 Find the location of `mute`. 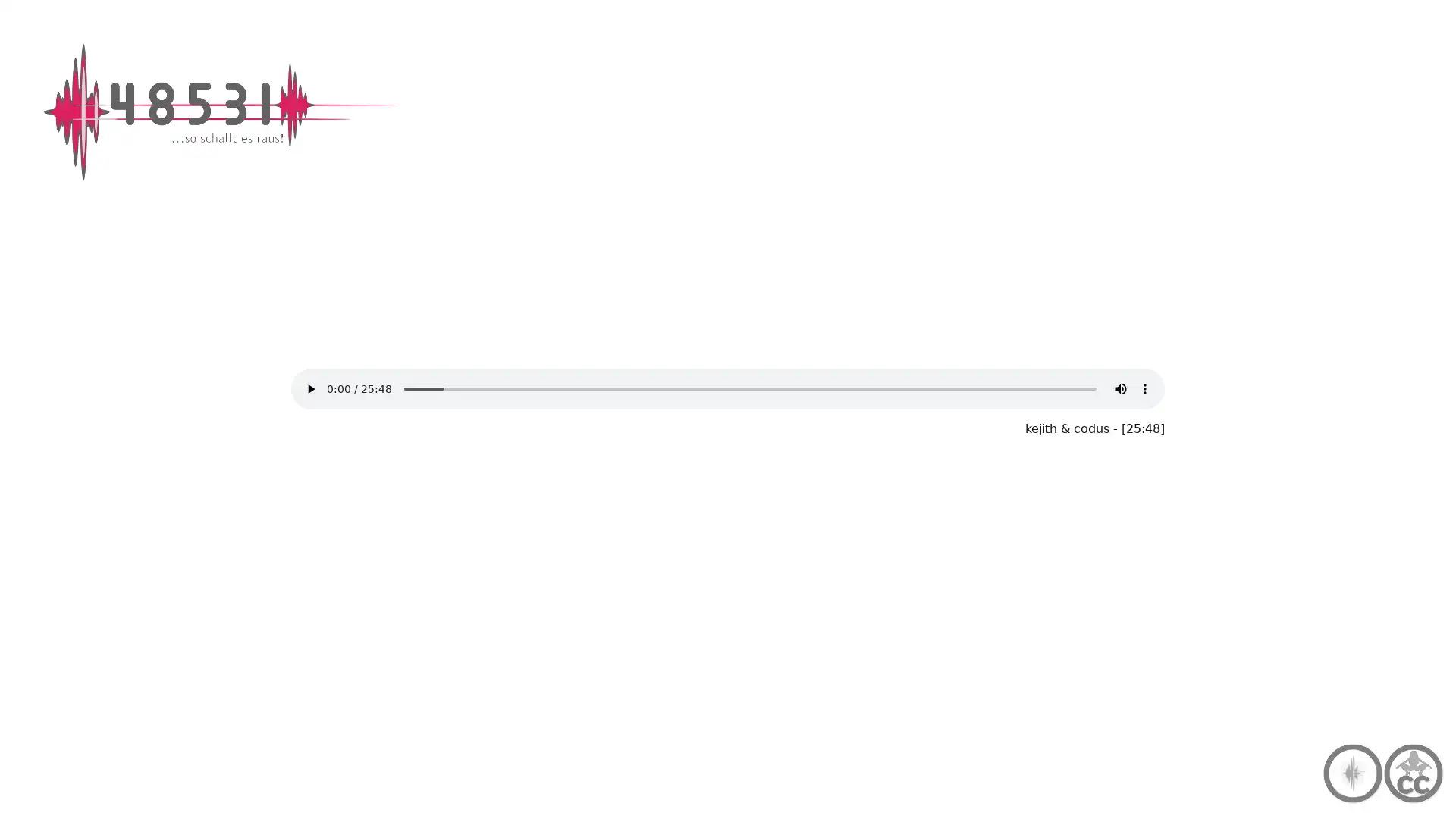

mute is located at coordinates (1121, 388).